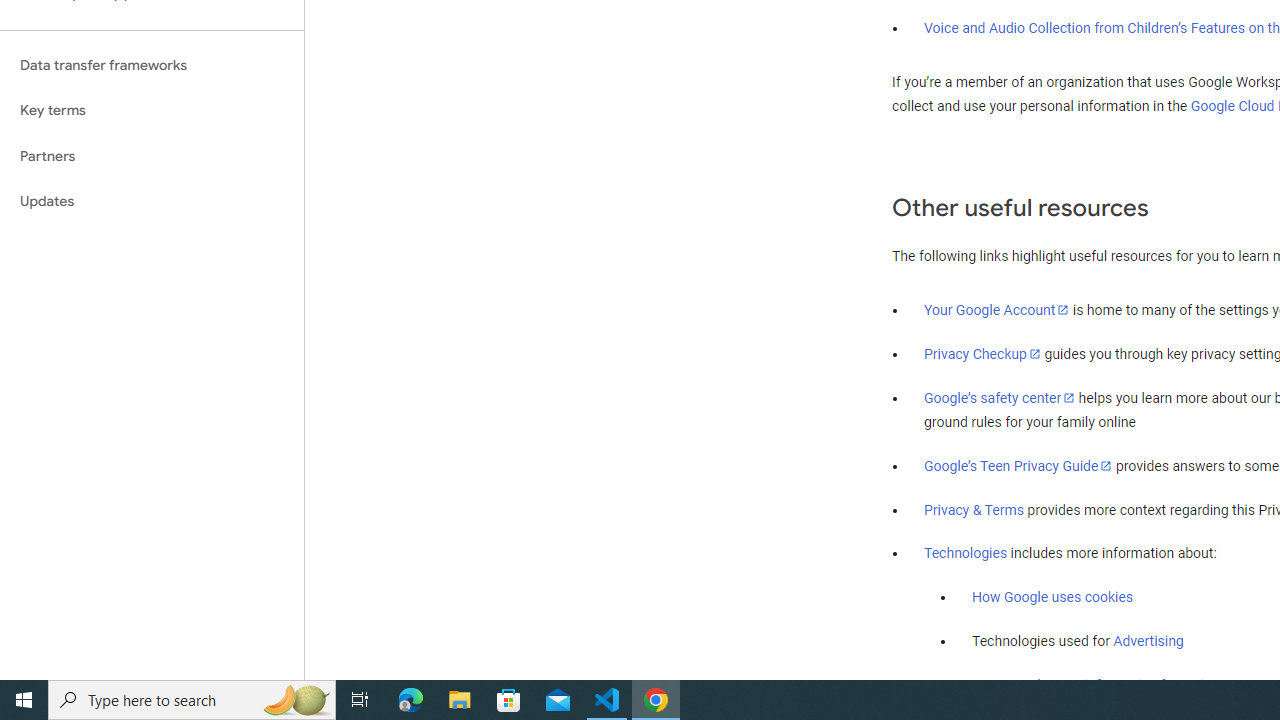 Image resolution: width=1280 pixels, height=720 pixels. What do you see at coordinates (151, 64) in the screenshot?
I see `'Data transfer frameworks'` at bounding box center [151, 64].